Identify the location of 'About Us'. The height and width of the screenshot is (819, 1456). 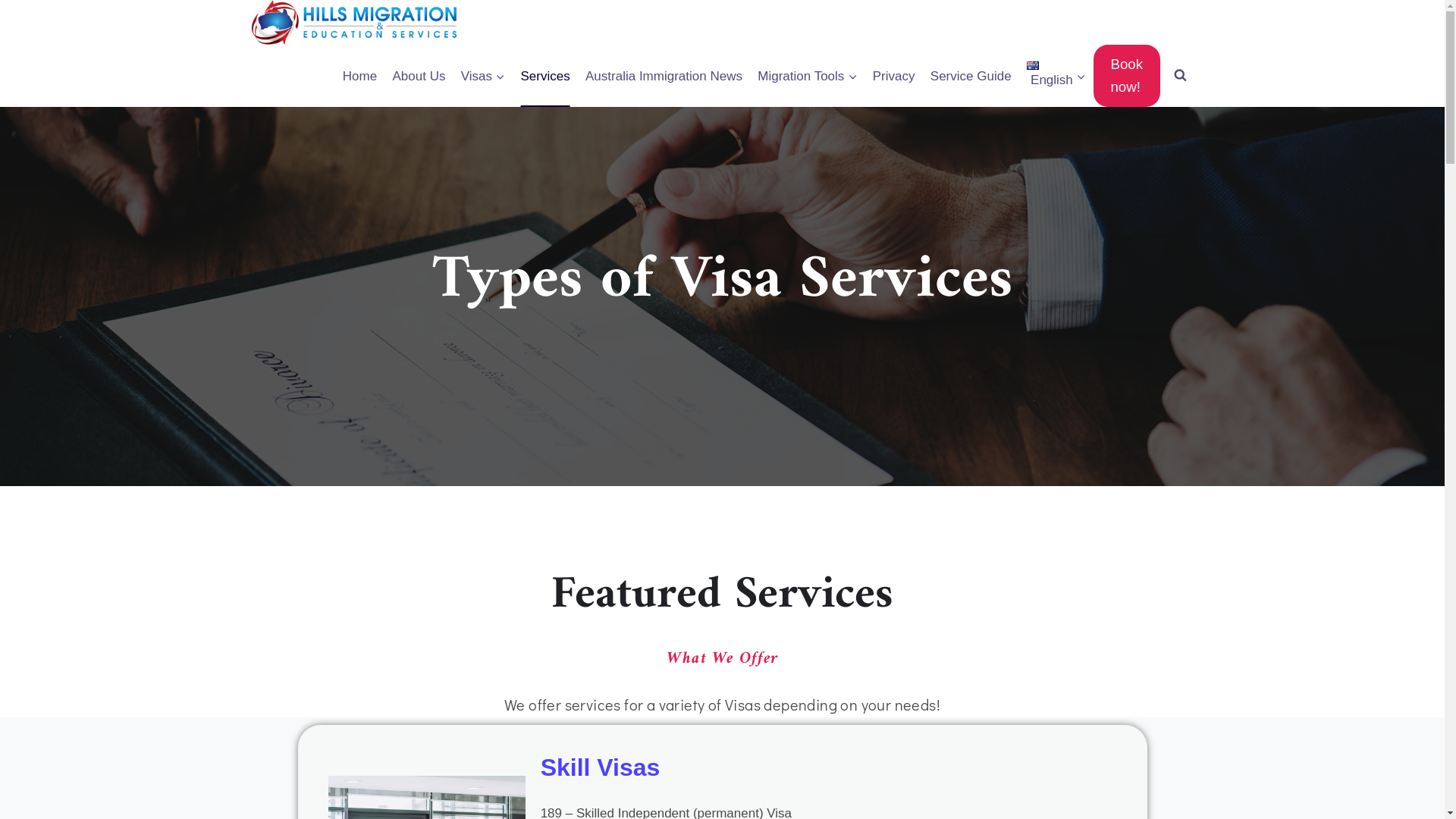
(419, 76).